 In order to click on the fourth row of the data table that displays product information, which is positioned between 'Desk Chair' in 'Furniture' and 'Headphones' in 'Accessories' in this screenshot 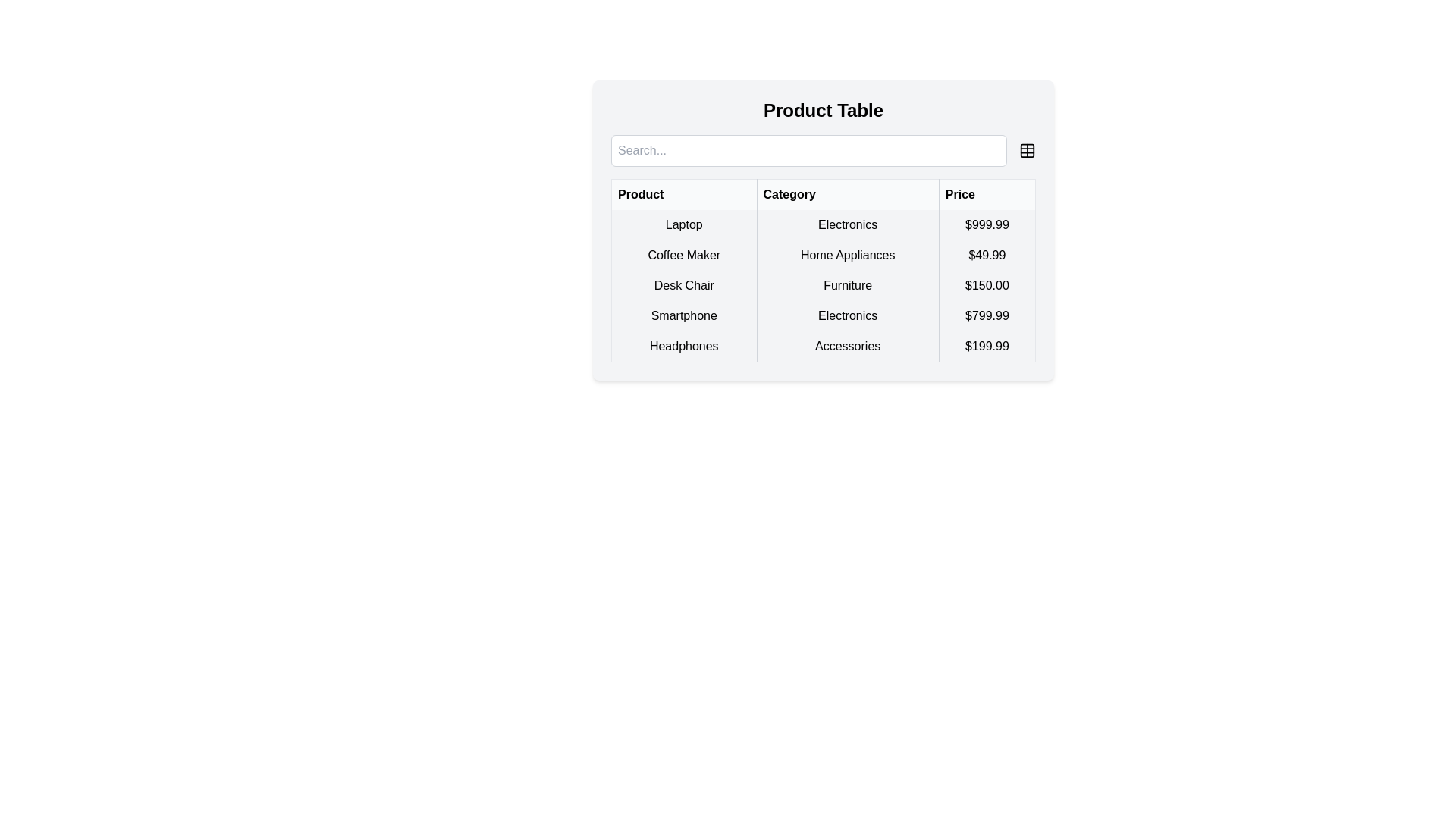, I will do `click(822, 315)`.